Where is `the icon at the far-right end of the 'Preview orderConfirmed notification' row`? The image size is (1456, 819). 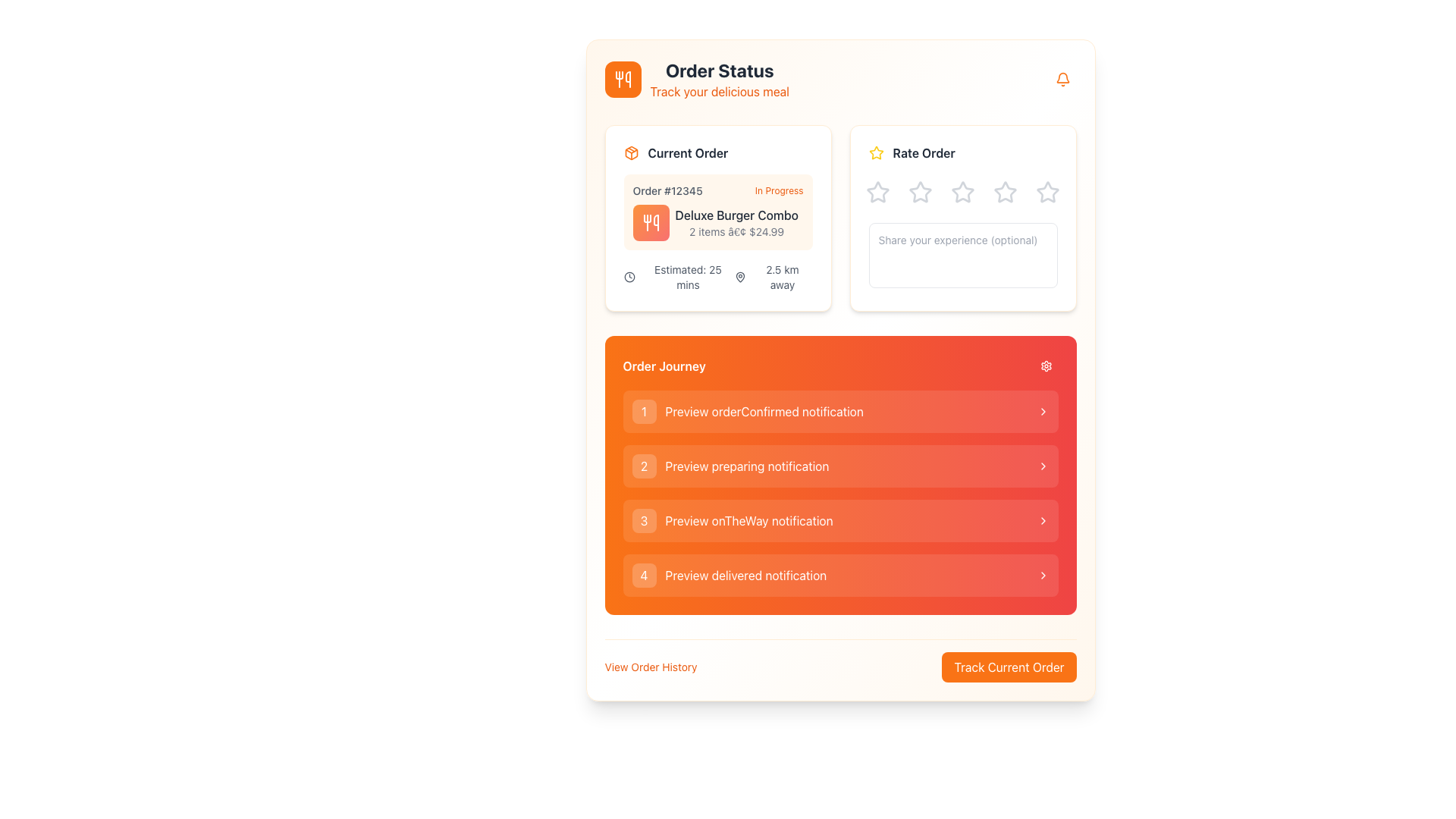
the icon at the far-right end of the 'Preview orderConfirmed notification' row is located at coordinates (1042, 412).